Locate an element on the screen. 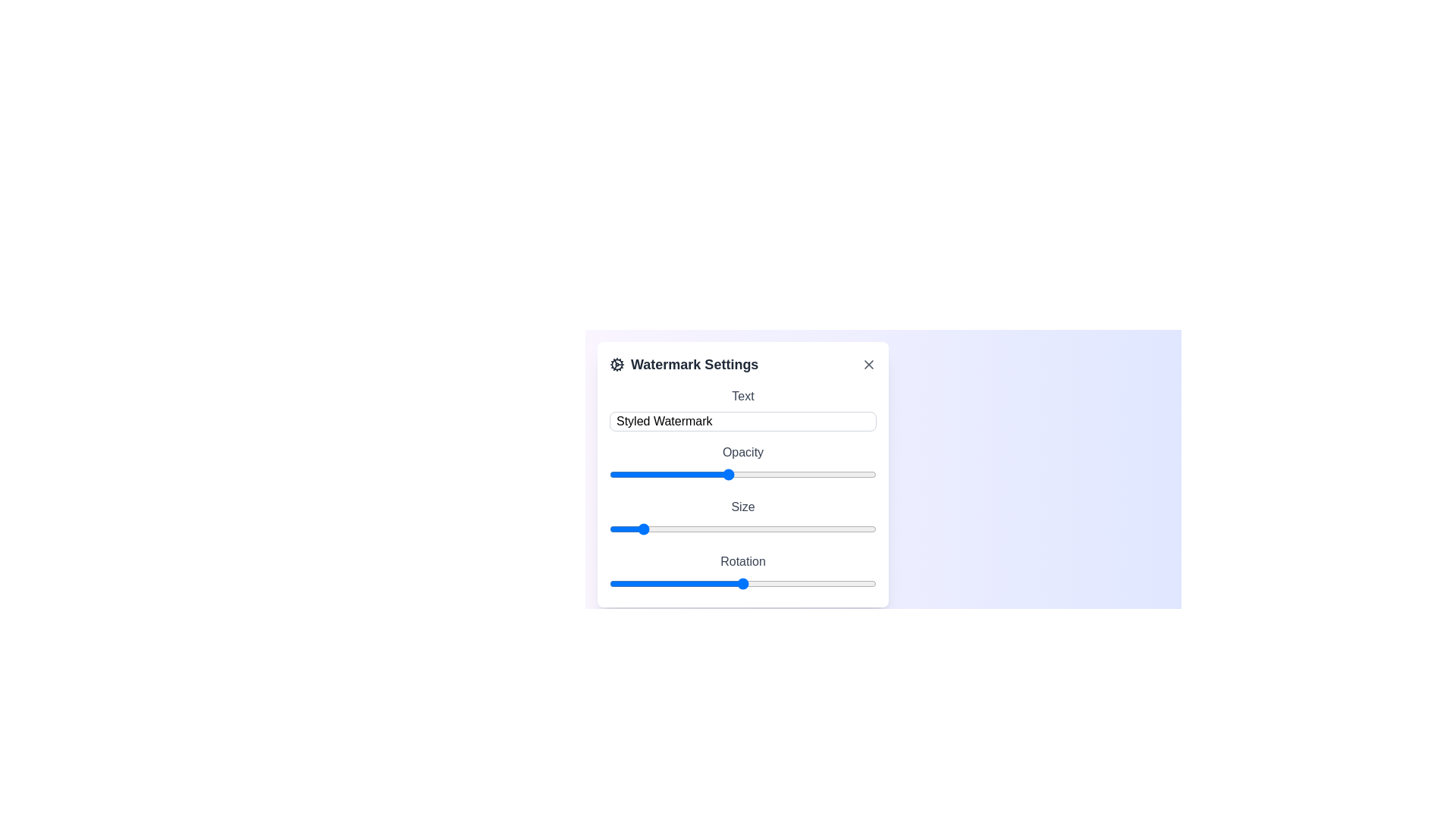 The height and width of the screenshot is (819, 1456). the size is located at coordinates (742, 529).